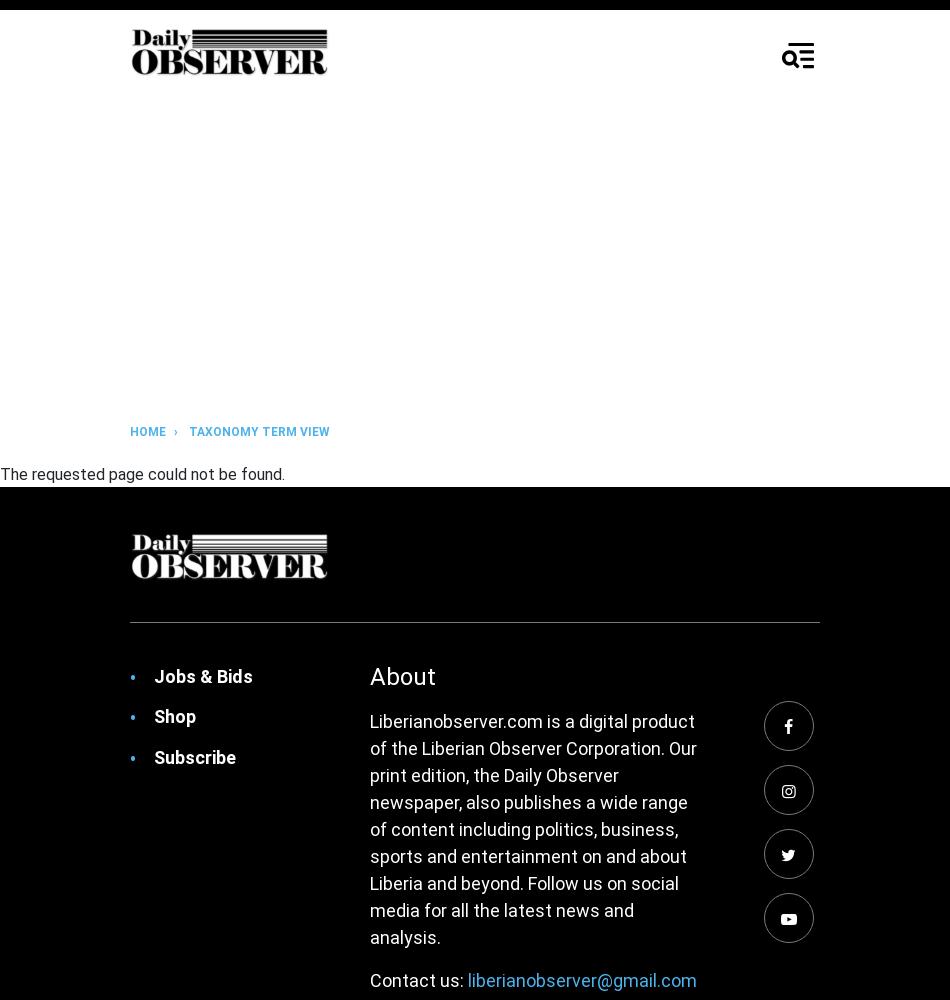  I want to click on 'Jobs & Bids', so click(203, 676).